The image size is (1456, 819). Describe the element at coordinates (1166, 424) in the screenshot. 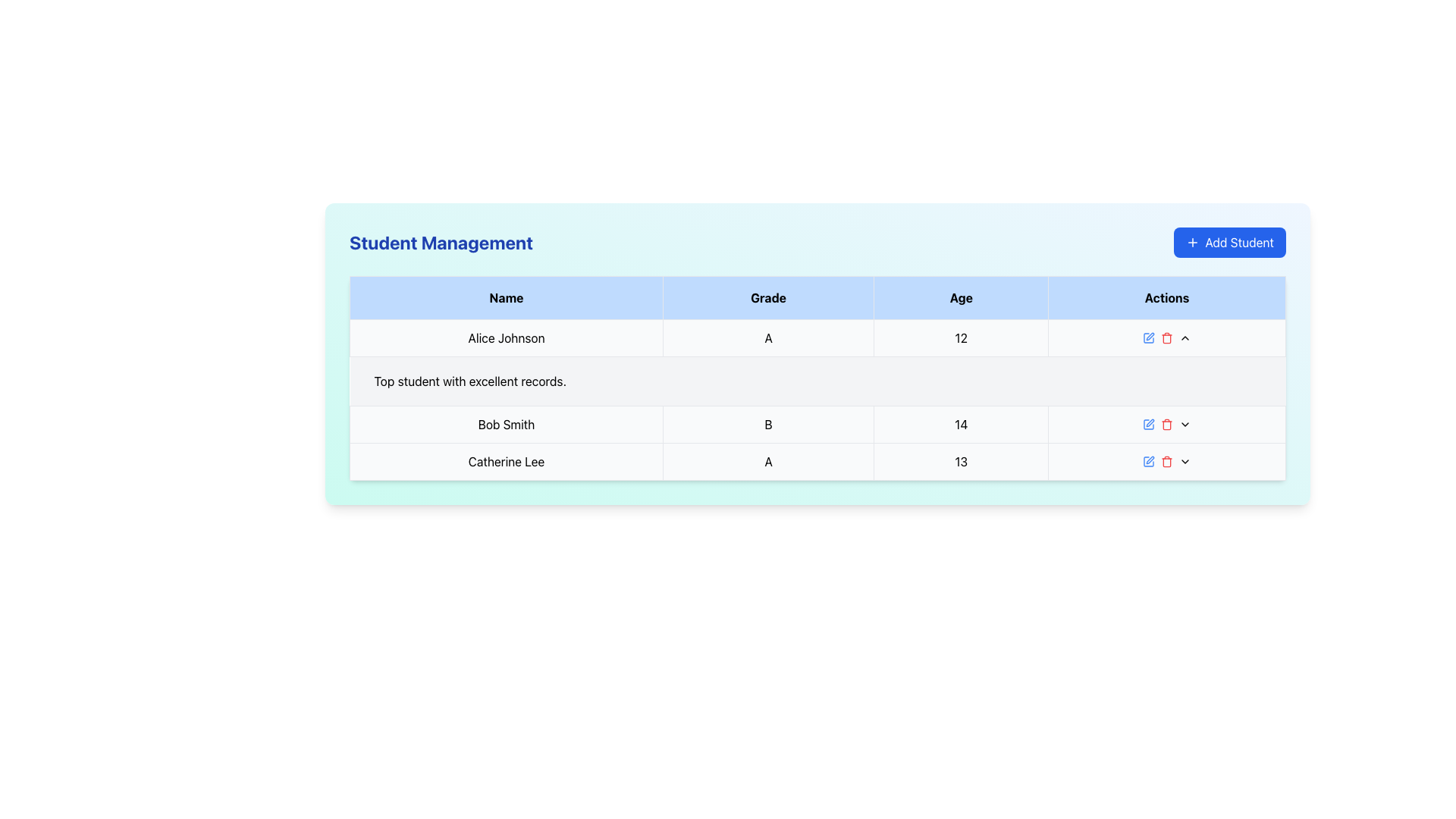

I see `the delete button in the third row of the table under the 'Actions' column` at that location.